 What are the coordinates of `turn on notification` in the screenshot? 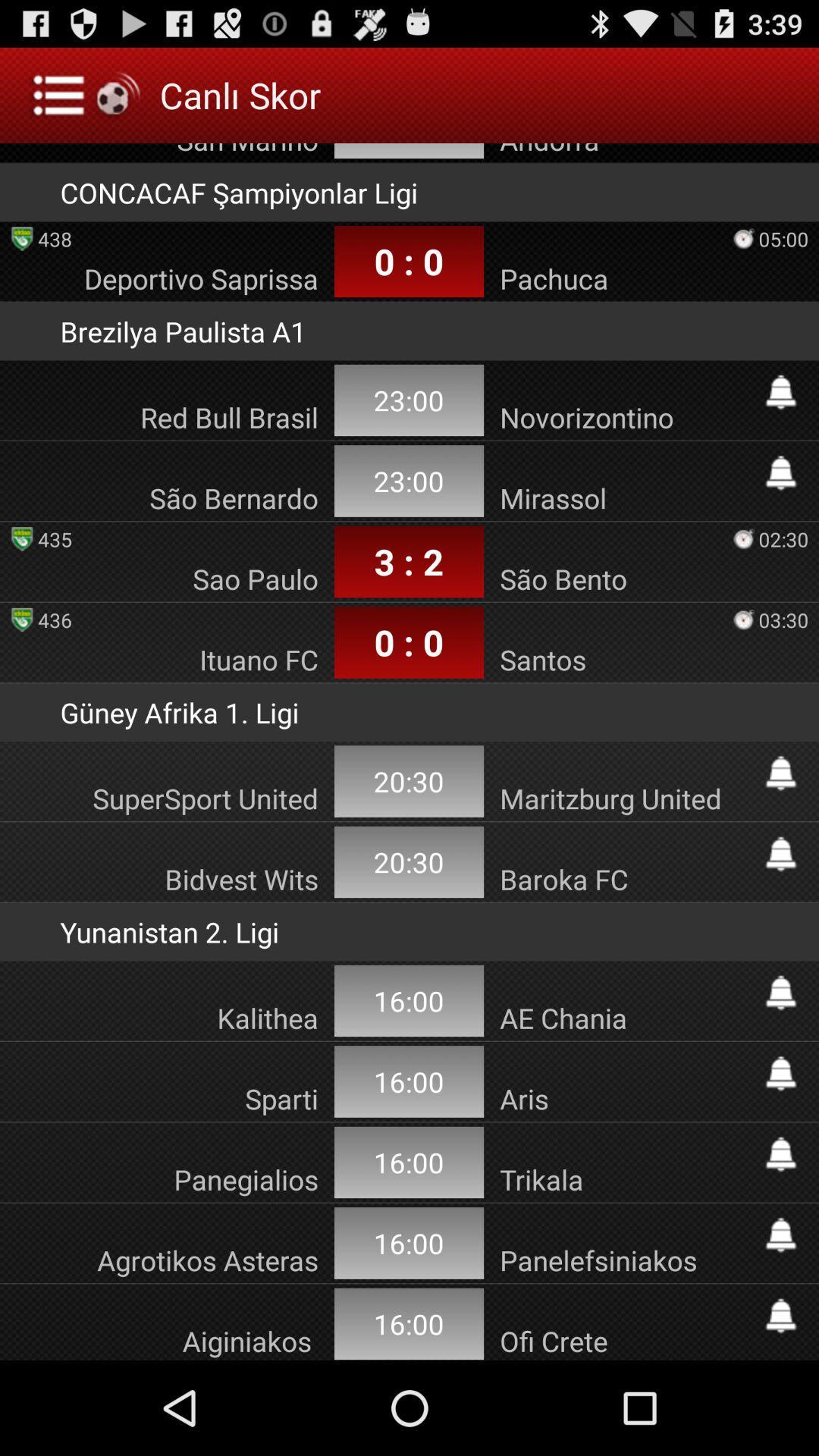 It's located at (780, 1073).